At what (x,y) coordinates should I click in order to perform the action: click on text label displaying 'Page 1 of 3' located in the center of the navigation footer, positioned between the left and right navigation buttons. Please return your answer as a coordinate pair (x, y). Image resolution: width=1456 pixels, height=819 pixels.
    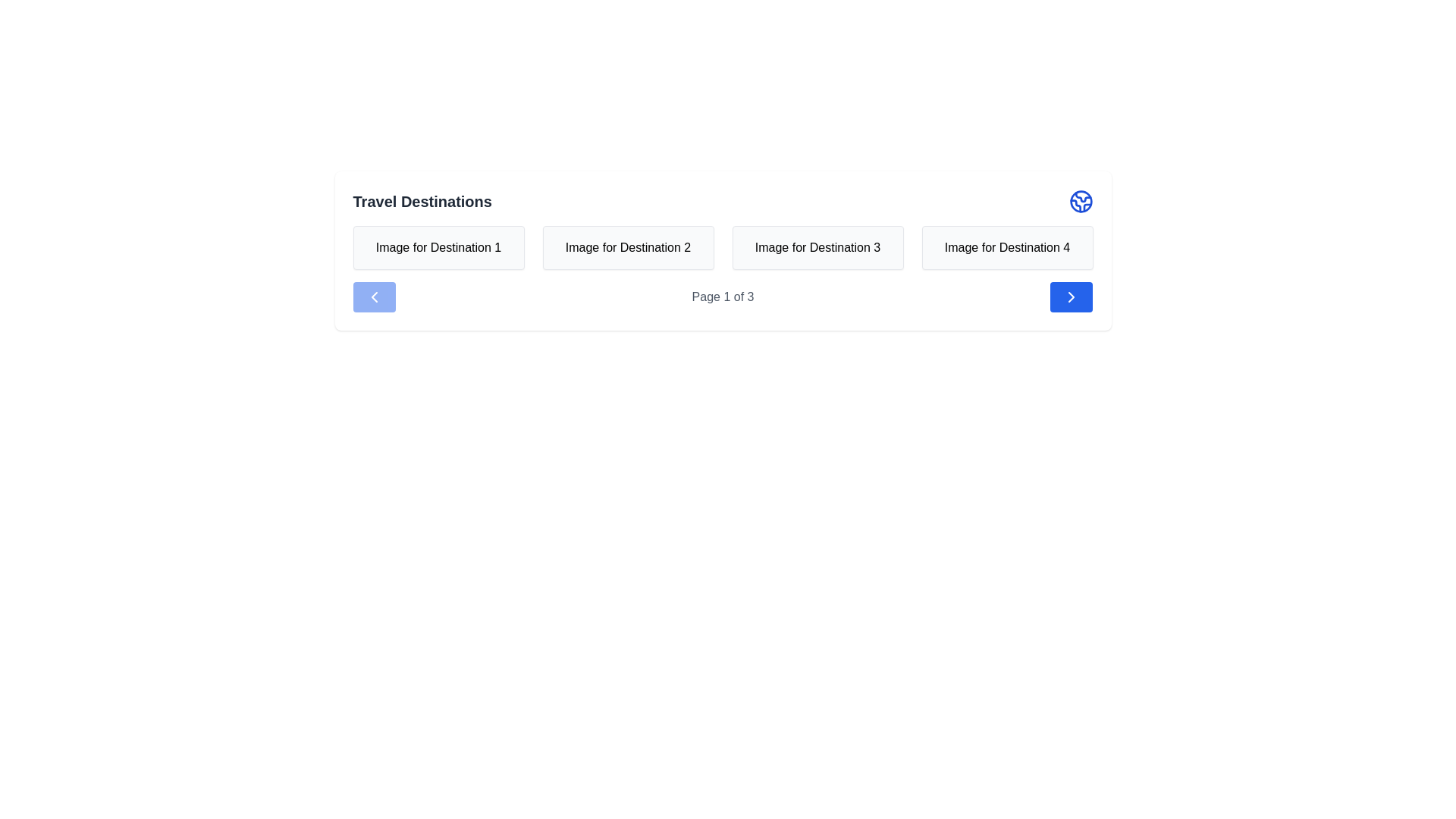
    Looking at the image, I should click on (722, 297).